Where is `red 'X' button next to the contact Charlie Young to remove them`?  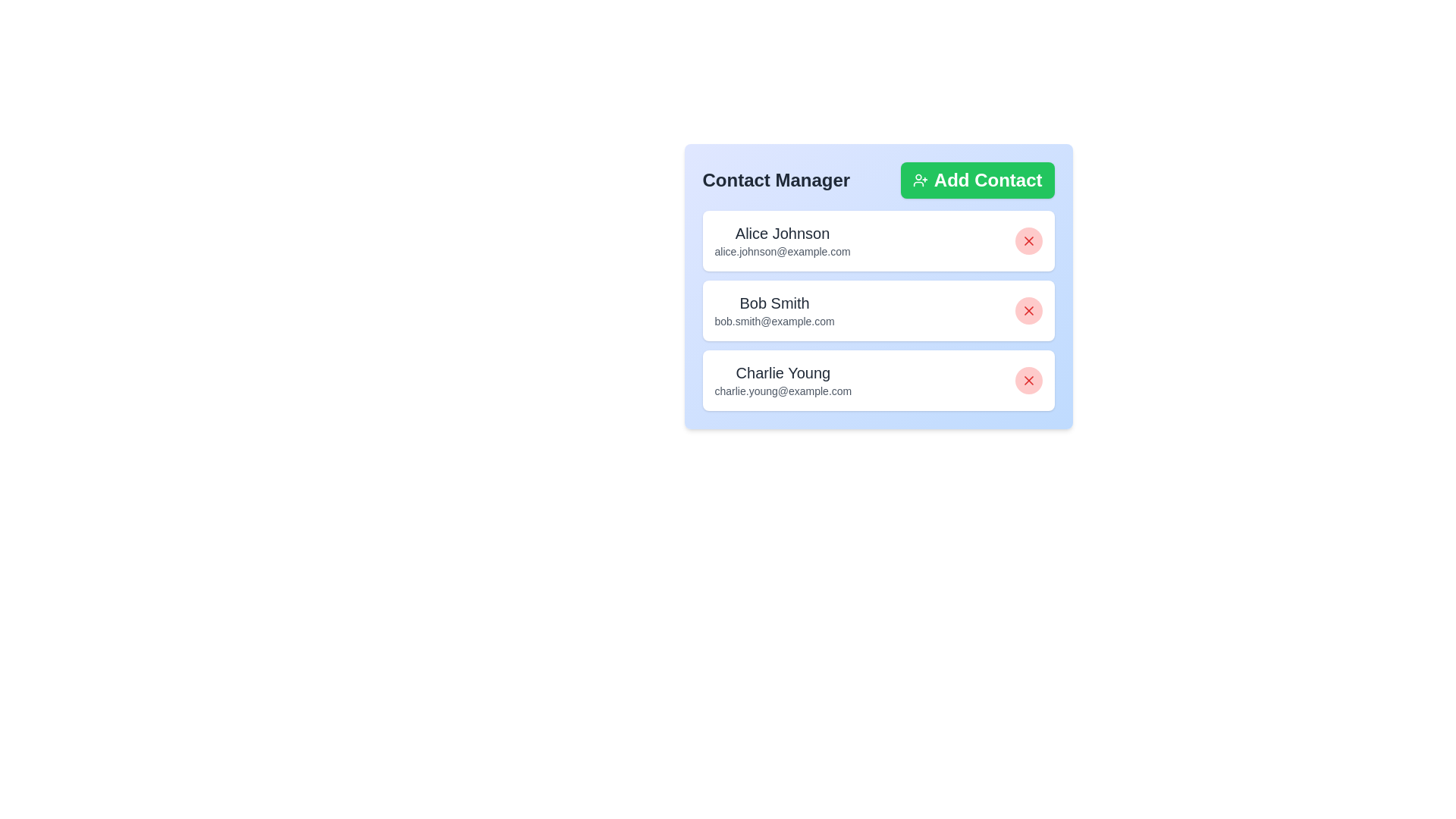 red 'X' button next to the contact Charlie Young to remove them is located at coordinates (1028, 379).